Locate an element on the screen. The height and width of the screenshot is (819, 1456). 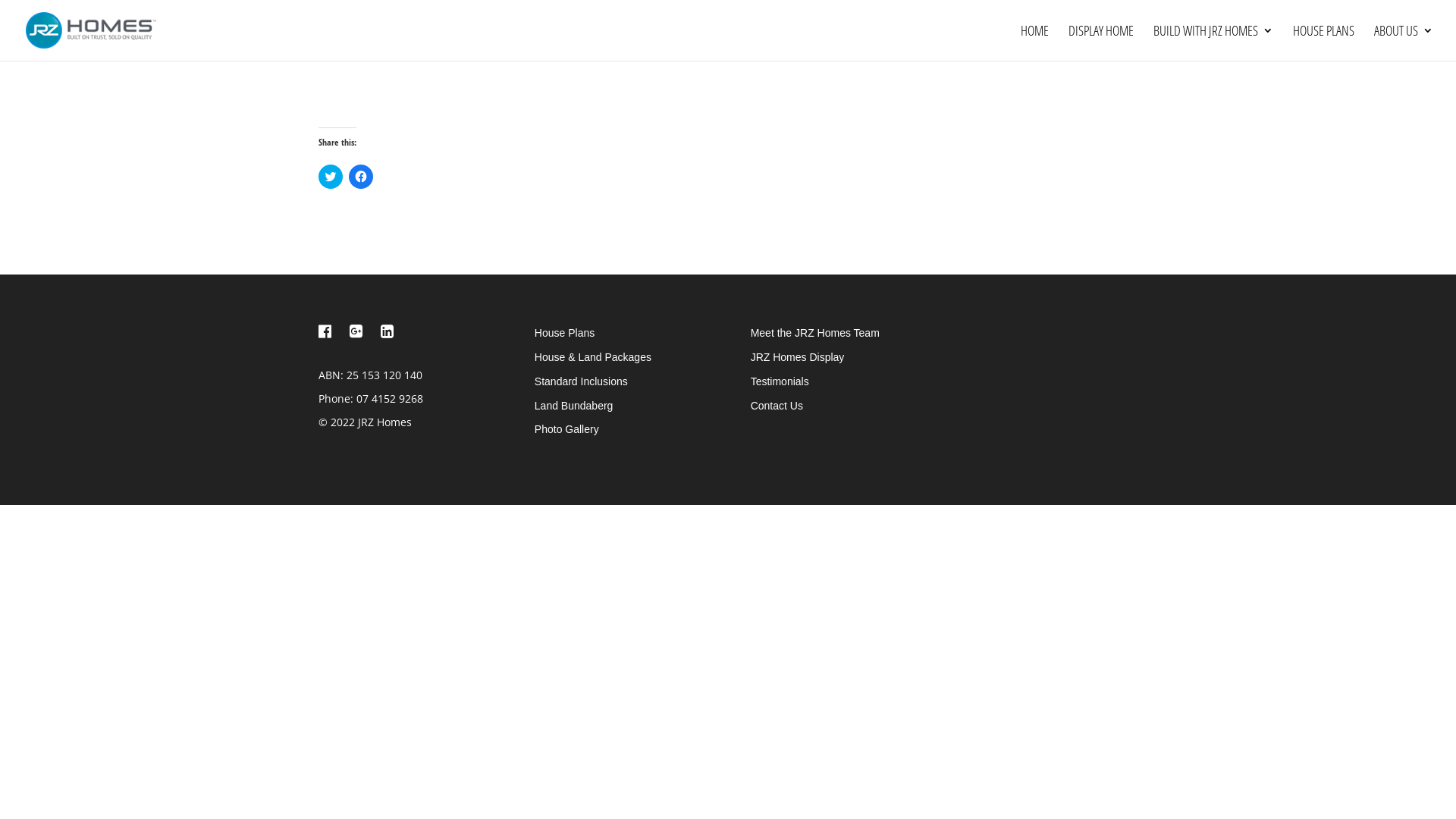
'Photo Gallery' is located at coordinates (566, 429).